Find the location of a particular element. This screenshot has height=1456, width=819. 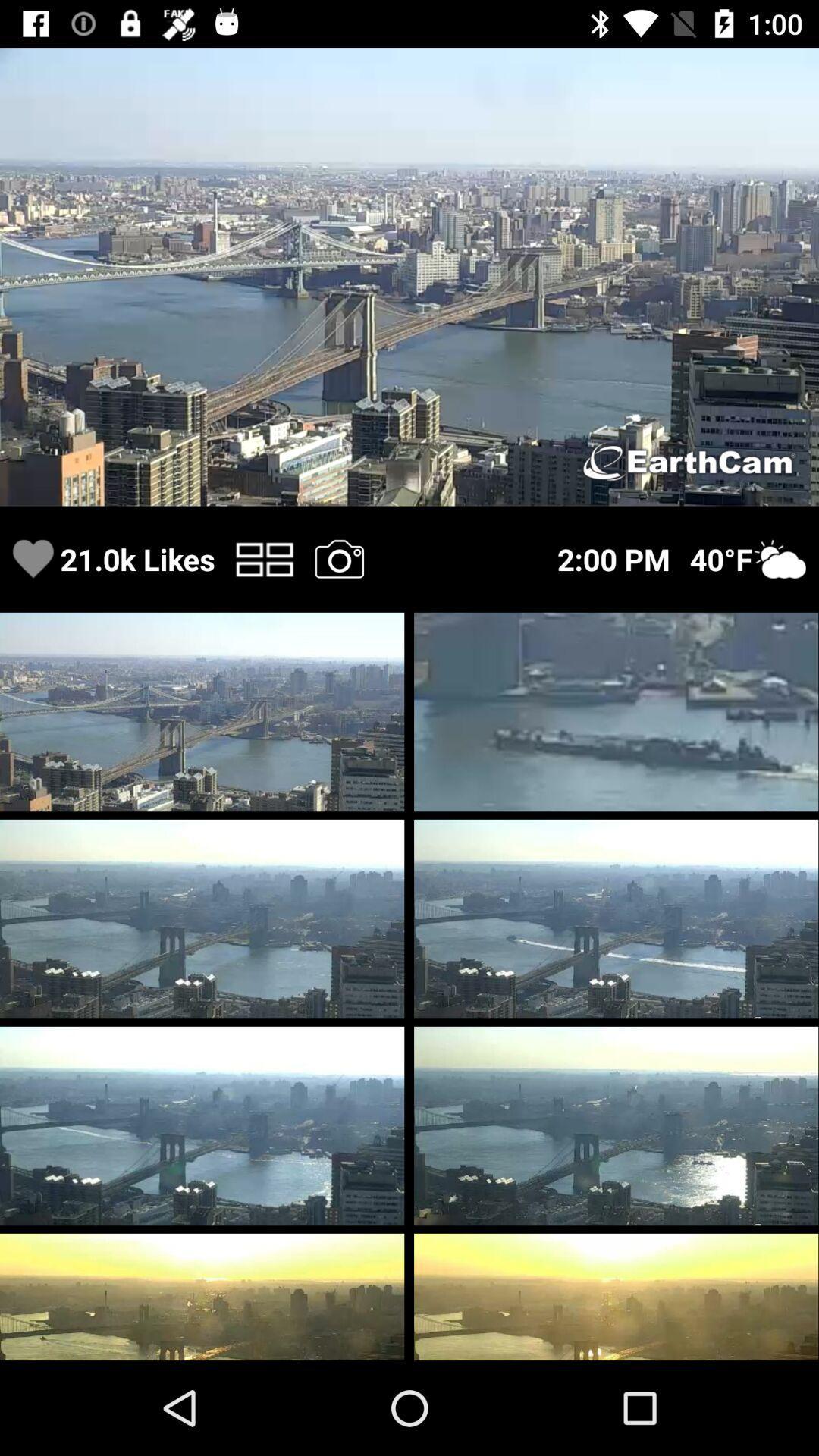

like is located at coordinates (33, 558).